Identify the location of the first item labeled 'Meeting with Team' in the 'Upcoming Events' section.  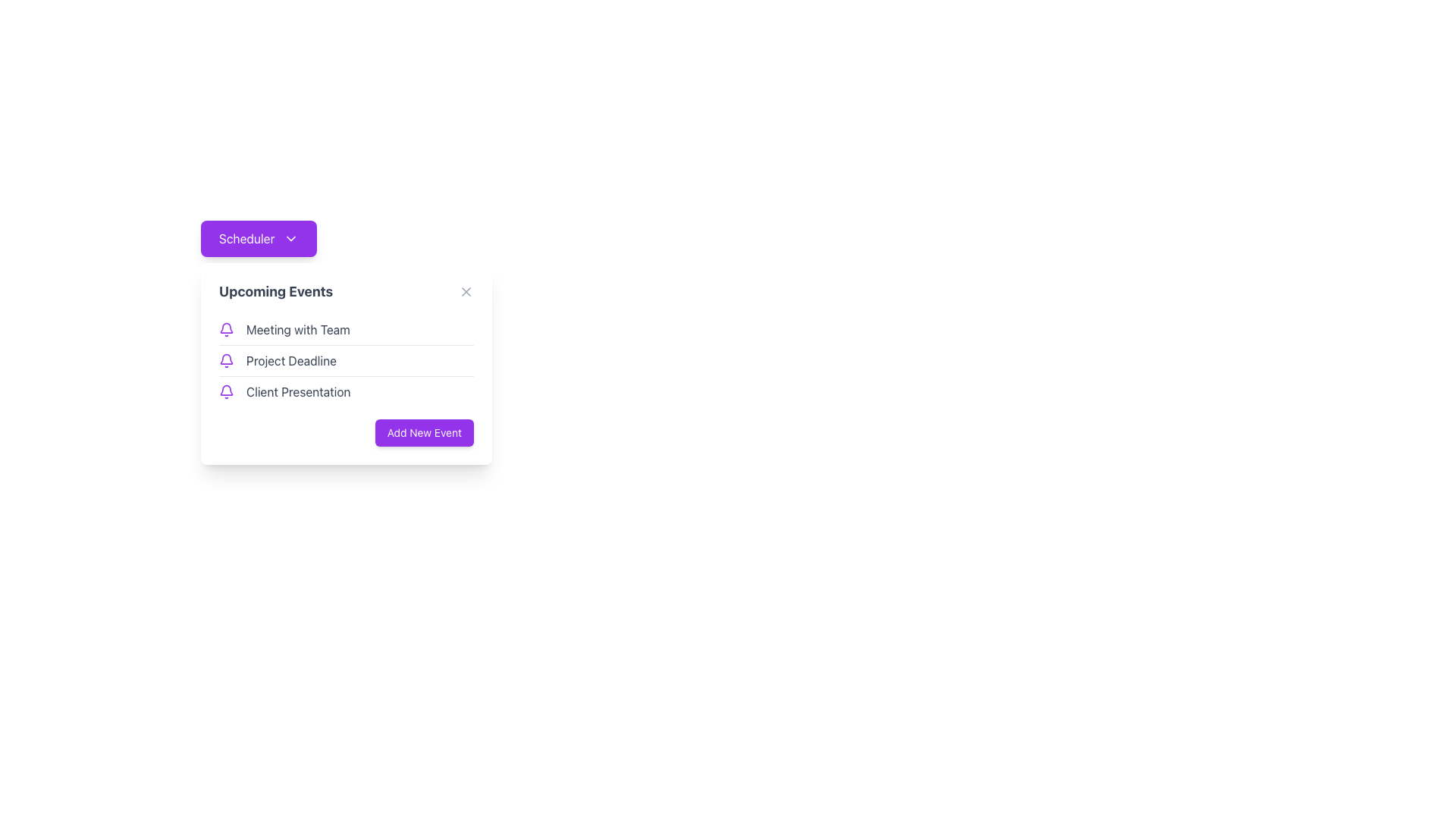
(345, 329).